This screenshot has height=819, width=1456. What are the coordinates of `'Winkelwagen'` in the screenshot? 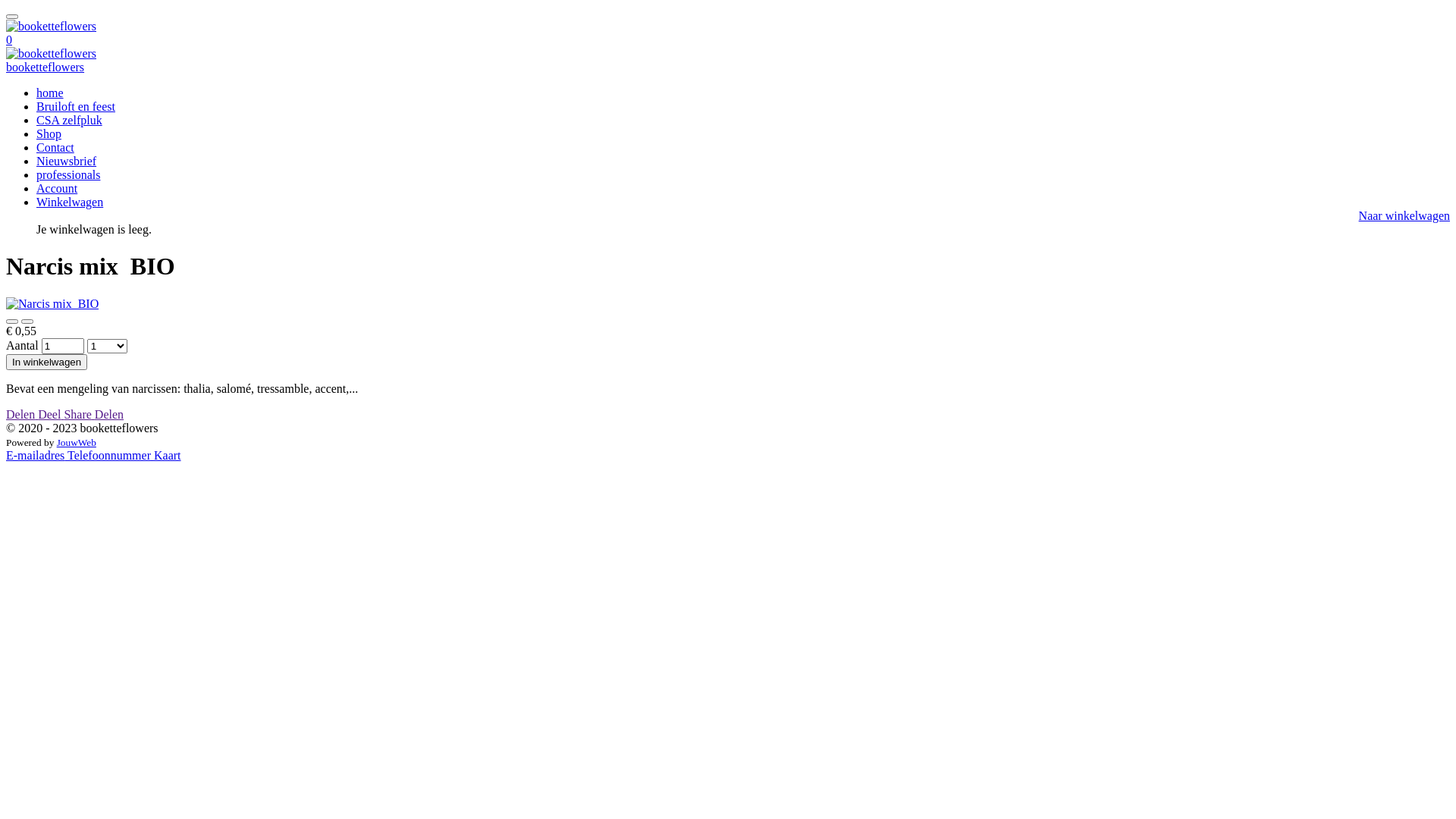 It's located at (68, 201).